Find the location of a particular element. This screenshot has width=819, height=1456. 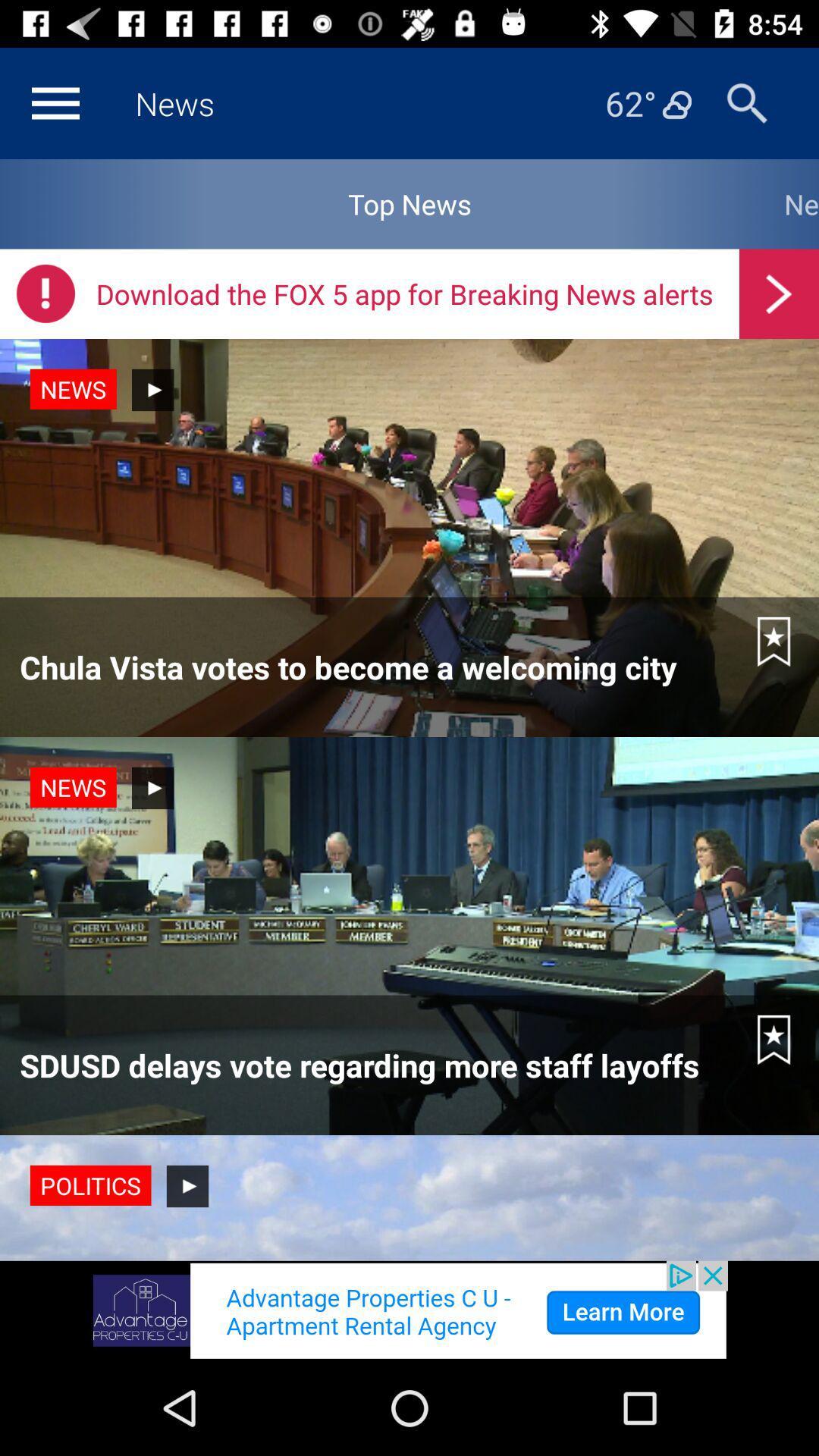

open advertisement is located at coordinates (409, 1310).